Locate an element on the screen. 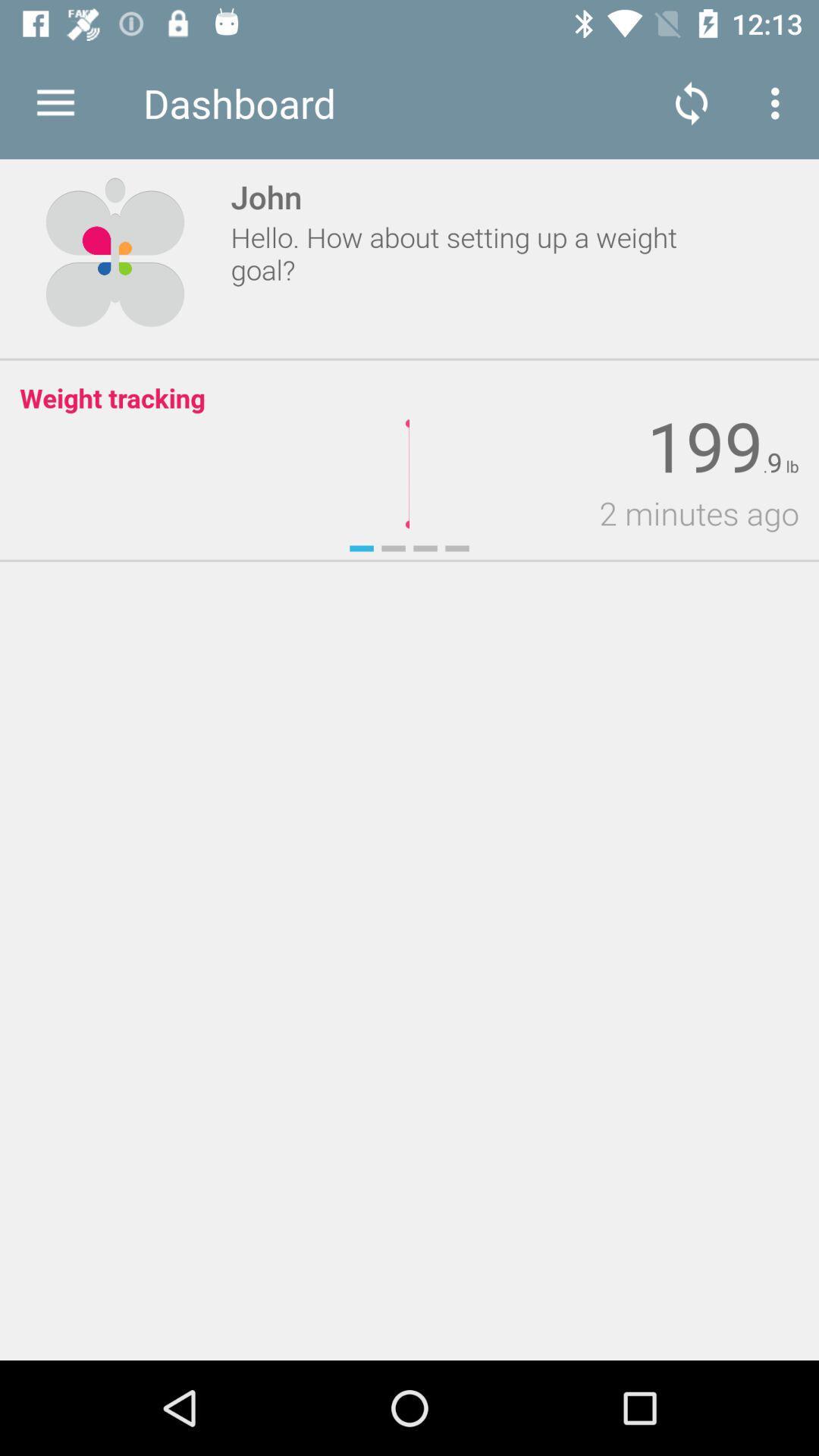  item on the right is located at coordinates (603, 513).